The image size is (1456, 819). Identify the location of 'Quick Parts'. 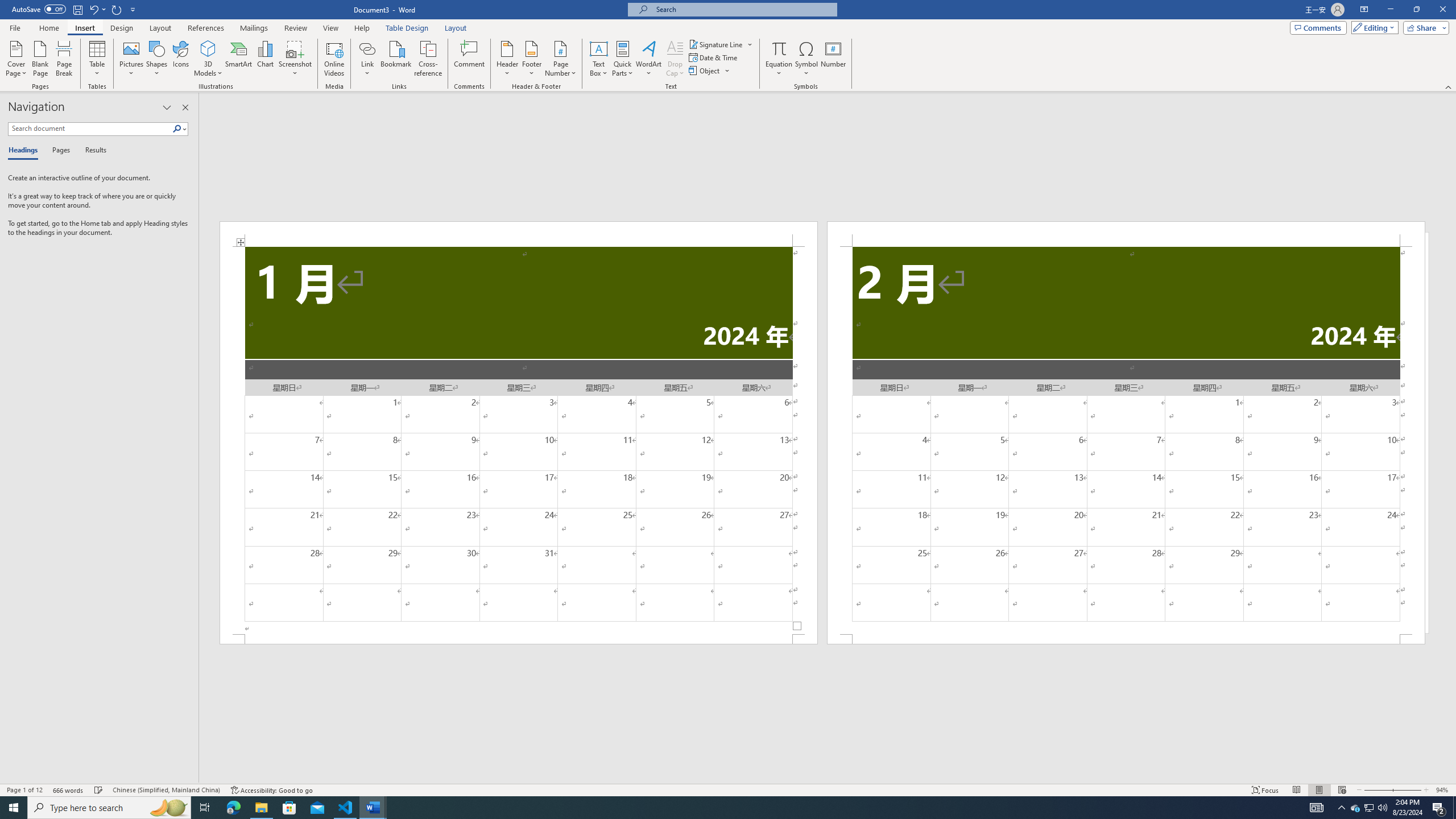
(622, 59).